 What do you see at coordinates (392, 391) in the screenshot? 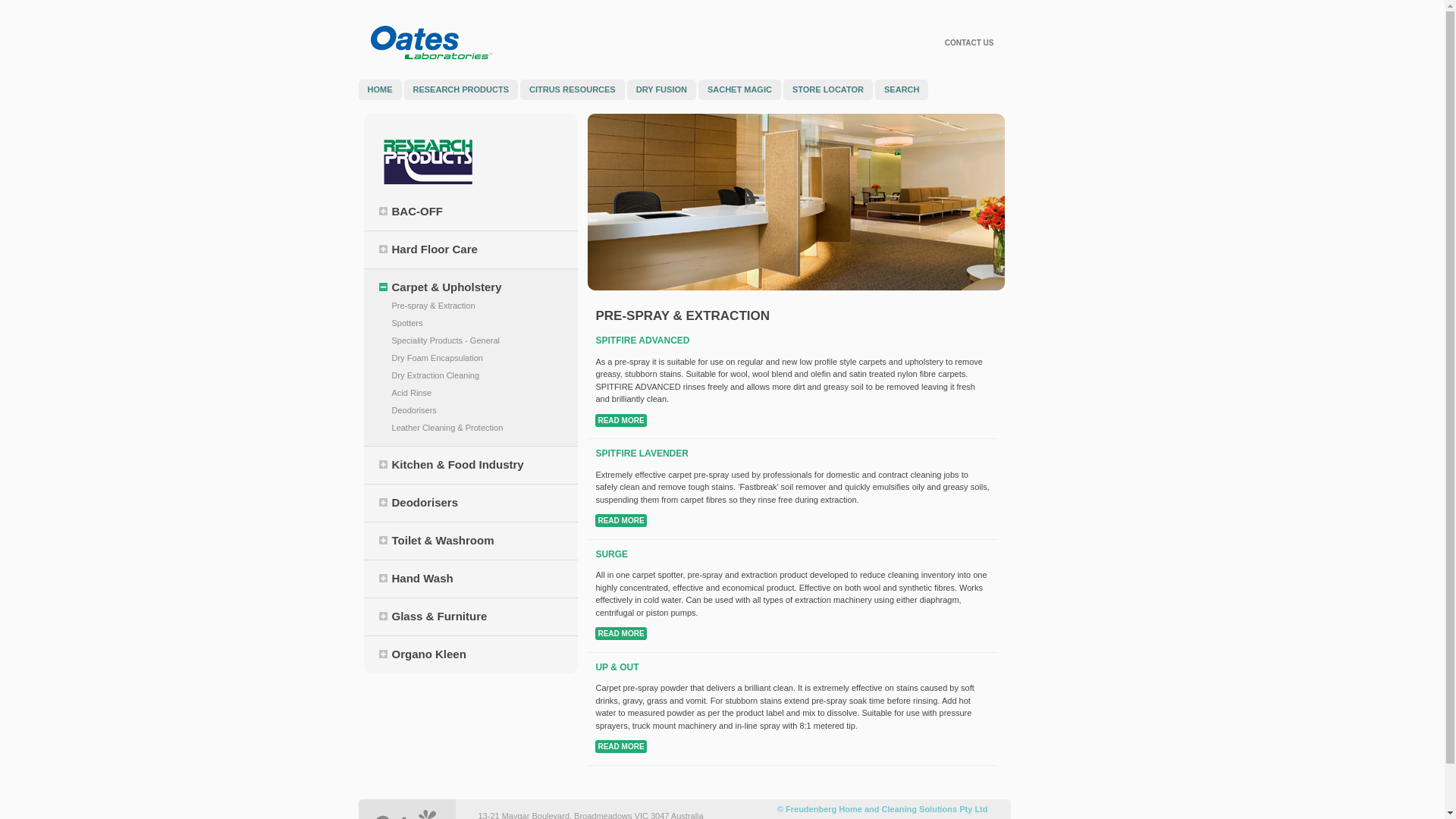
I see `'Acid Rinse'` at bounding box center [392, 391].